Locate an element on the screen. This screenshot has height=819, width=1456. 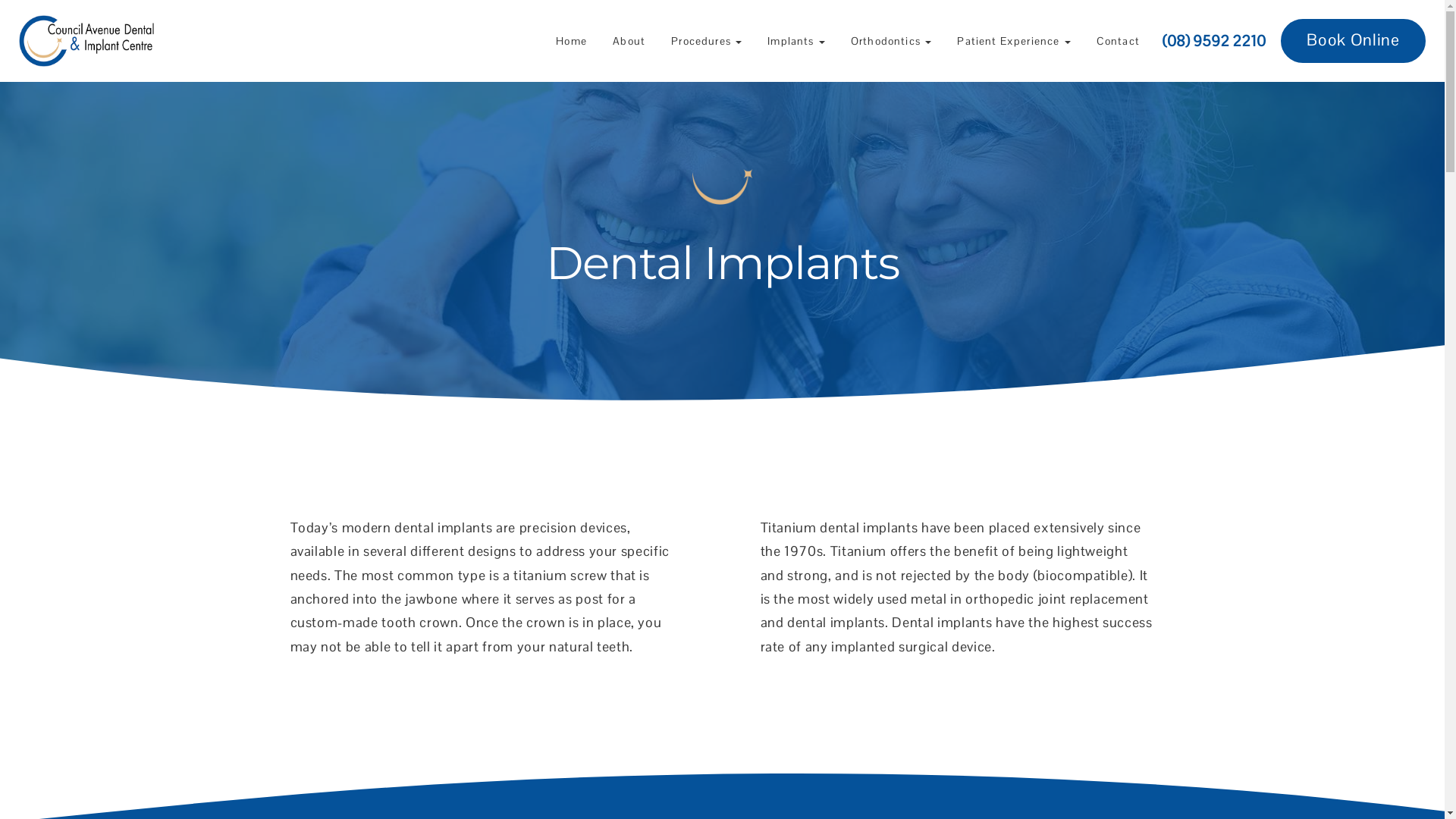
'Book Online' is located at coordinates (1353, 40).